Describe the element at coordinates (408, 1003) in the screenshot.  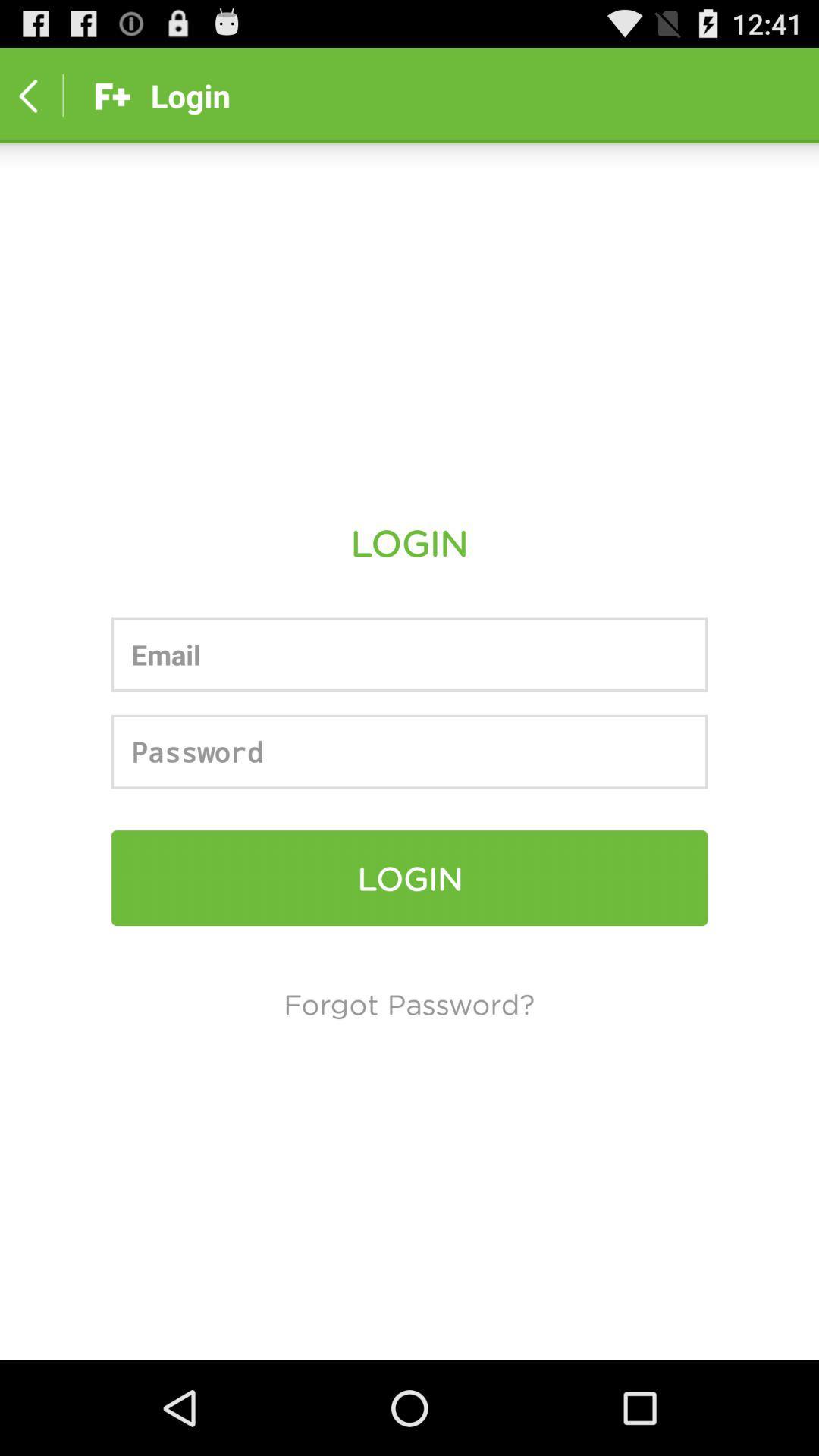
I see `the forgot password?` at that location.